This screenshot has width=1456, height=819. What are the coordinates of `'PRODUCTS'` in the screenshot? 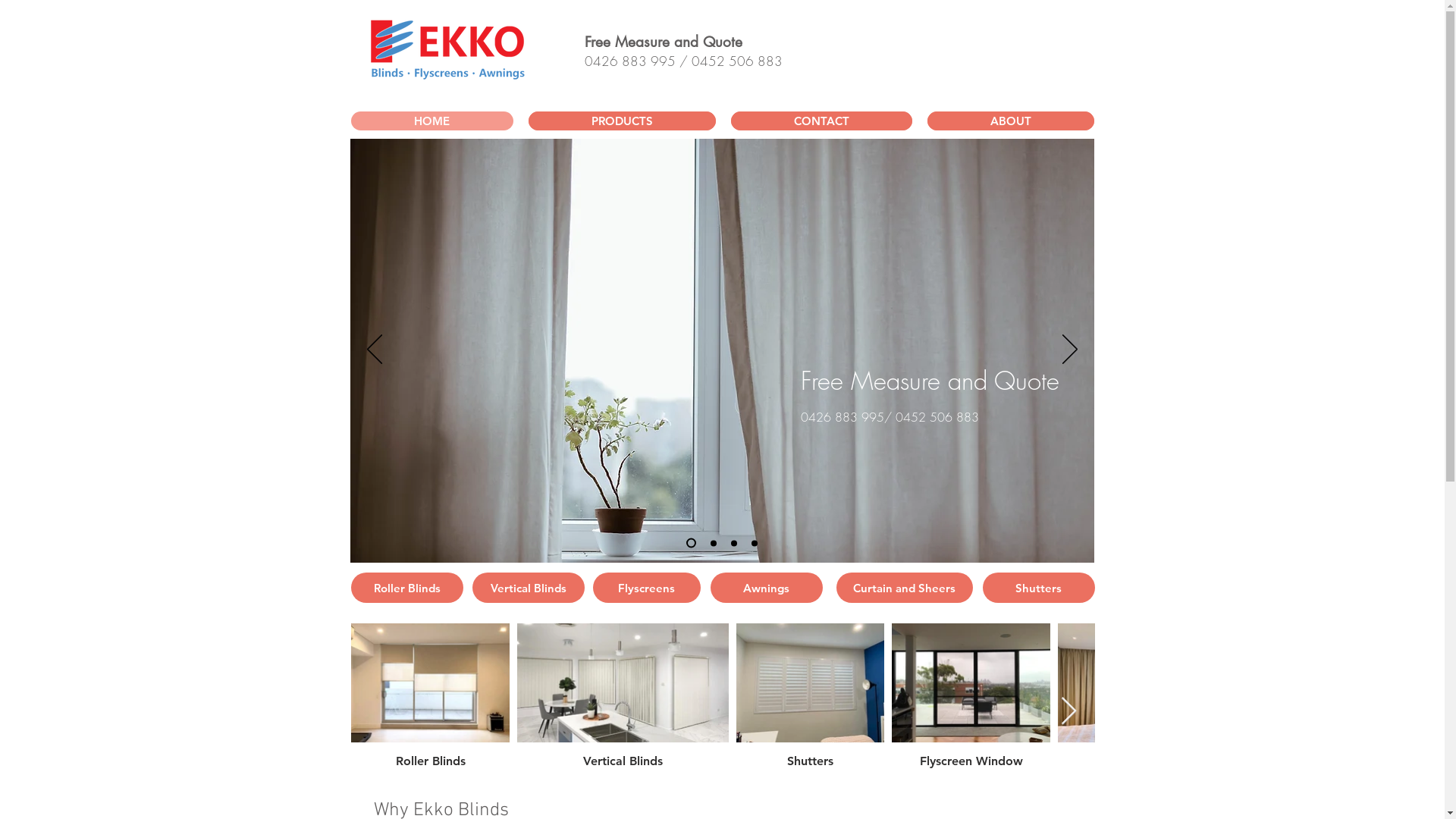 It's located at (621, 120).